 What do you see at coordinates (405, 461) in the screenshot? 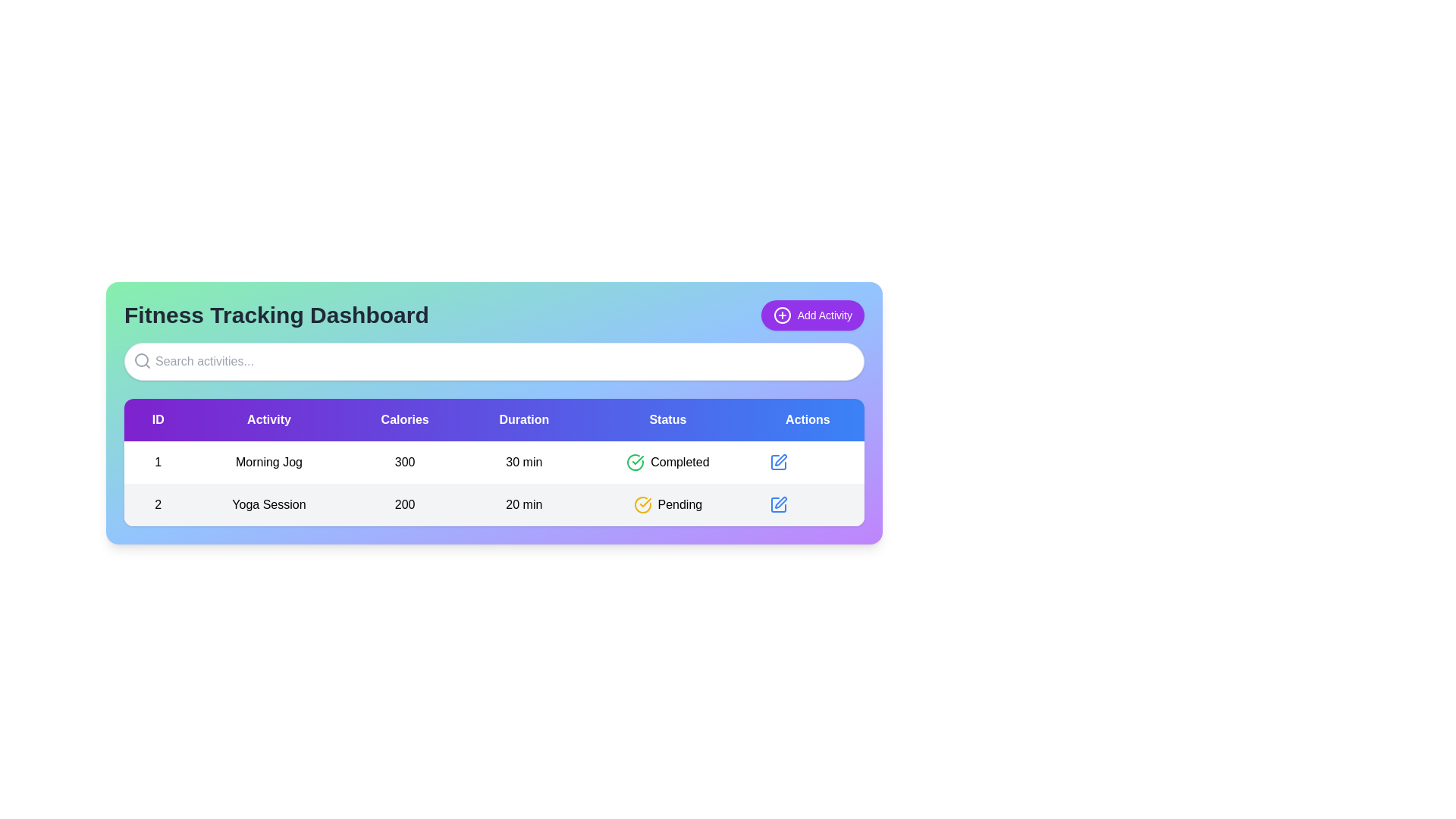
I see `the text display field showing the number '300' in the 'Calories' column of the first row in the dashboard table` at bounding box center [405, 461].